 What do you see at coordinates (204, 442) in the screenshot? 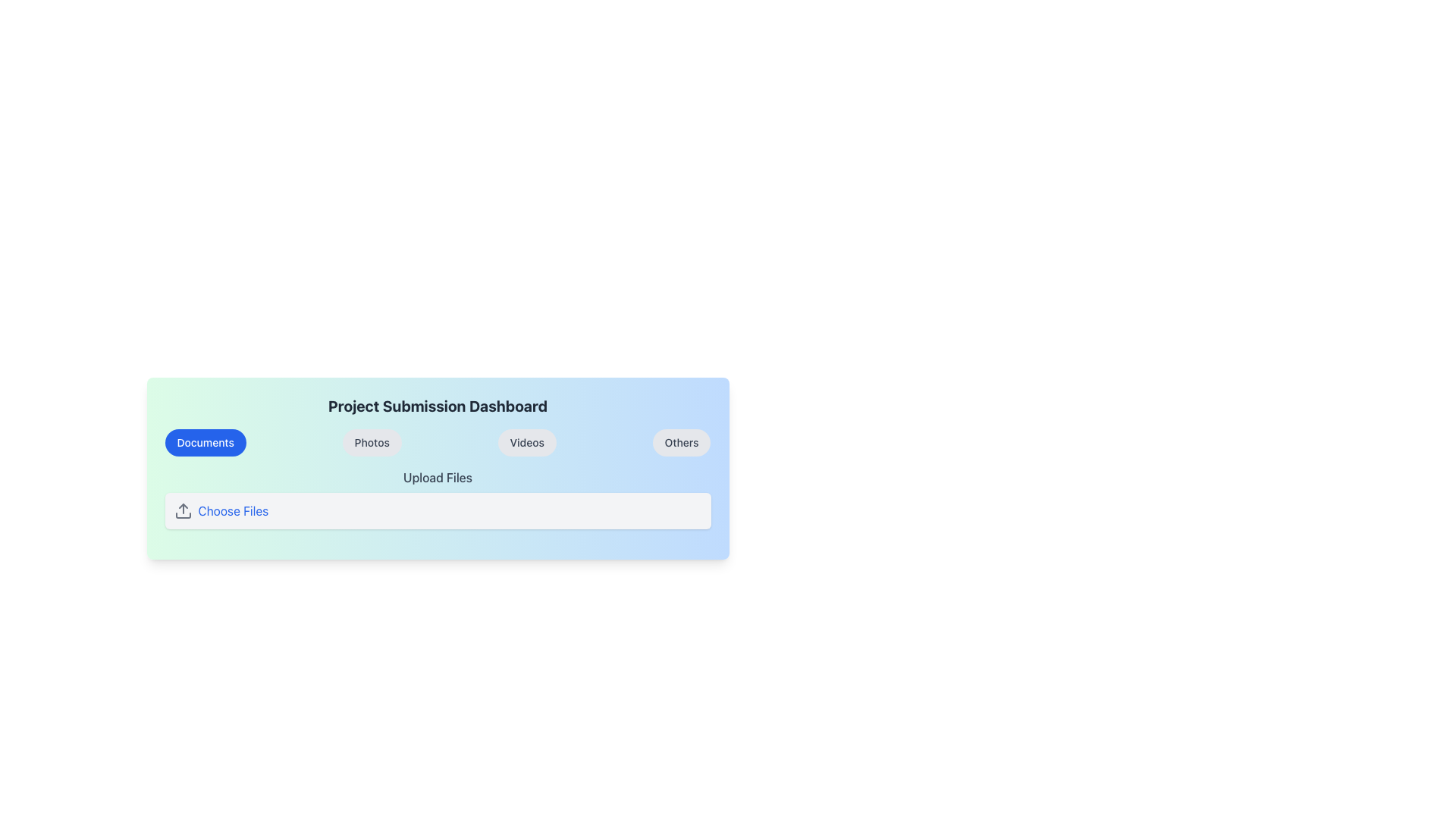
I see `the 'Documents' button located at the top-left corner of the button group` at bounding box center [204, 442].